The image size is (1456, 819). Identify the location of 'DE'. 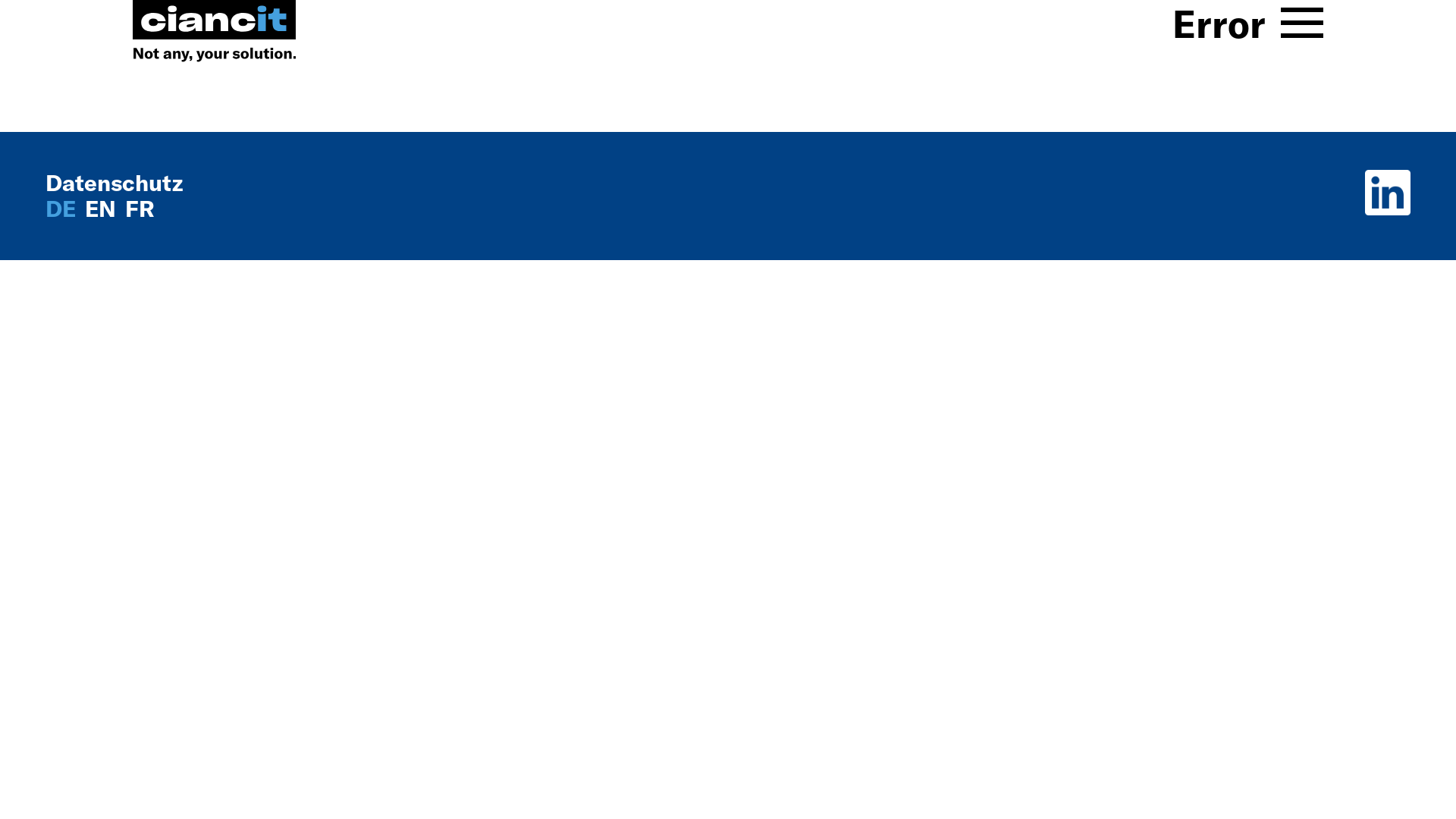
(45, 208).